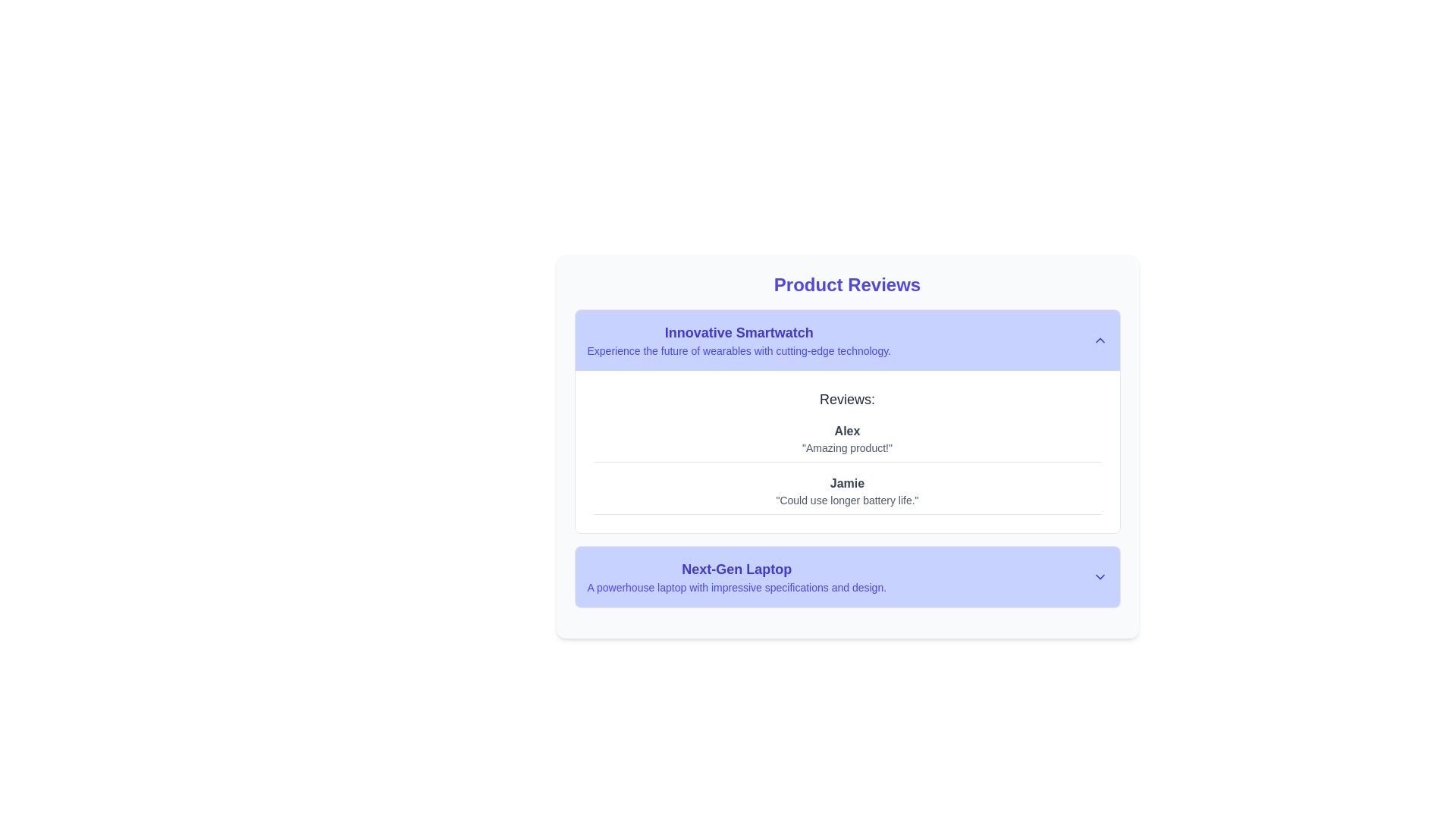  What do you see at coordinates (846, 431) in the screenshot?
I see `the Text label that displays the reviewer's name in the 'Reviews' subsection of the 'Innovative Smartwatch' section` at bounding box center [846, 431].